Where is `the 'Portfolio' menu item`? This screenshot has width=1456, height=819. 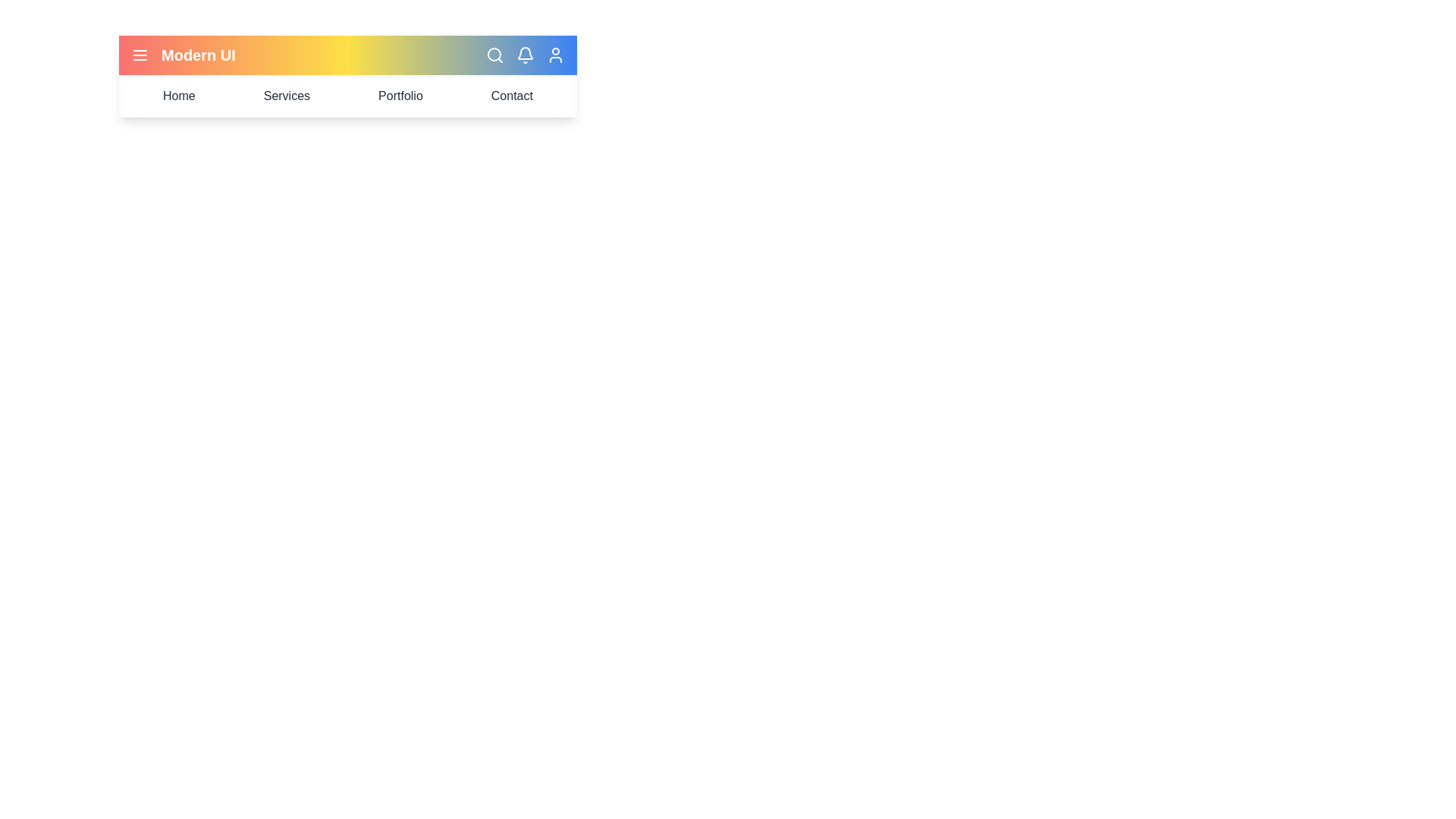 the 'Portfolio' menu item is located at coordinates (400, 96).